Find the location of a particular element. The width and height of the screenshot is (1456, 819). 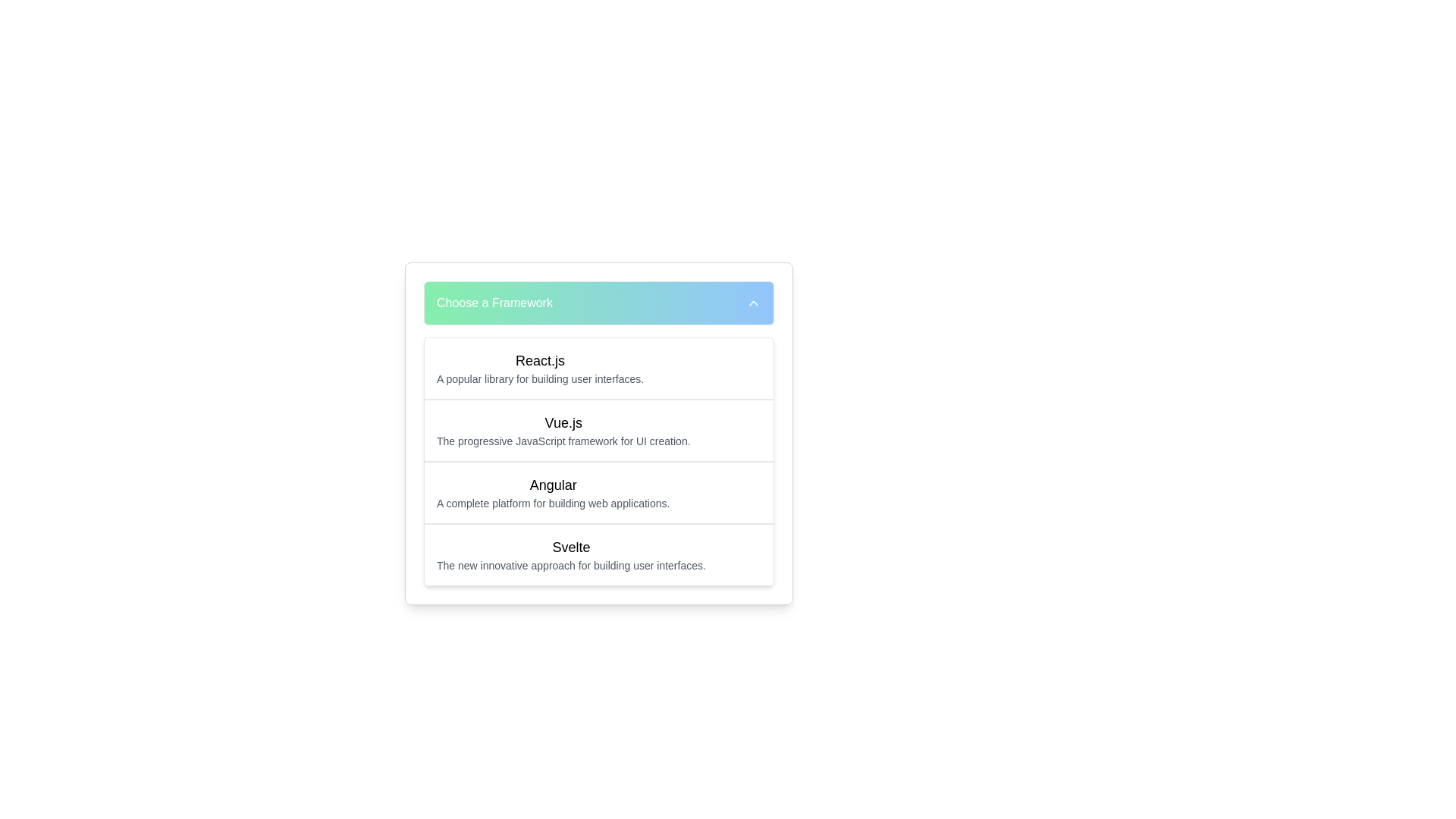

the second entry in the 'Choose a Framework' selection menu, which introduces the Vue.js library and provides a brief description of its purpose and use case is located at coordinates (563, 430).